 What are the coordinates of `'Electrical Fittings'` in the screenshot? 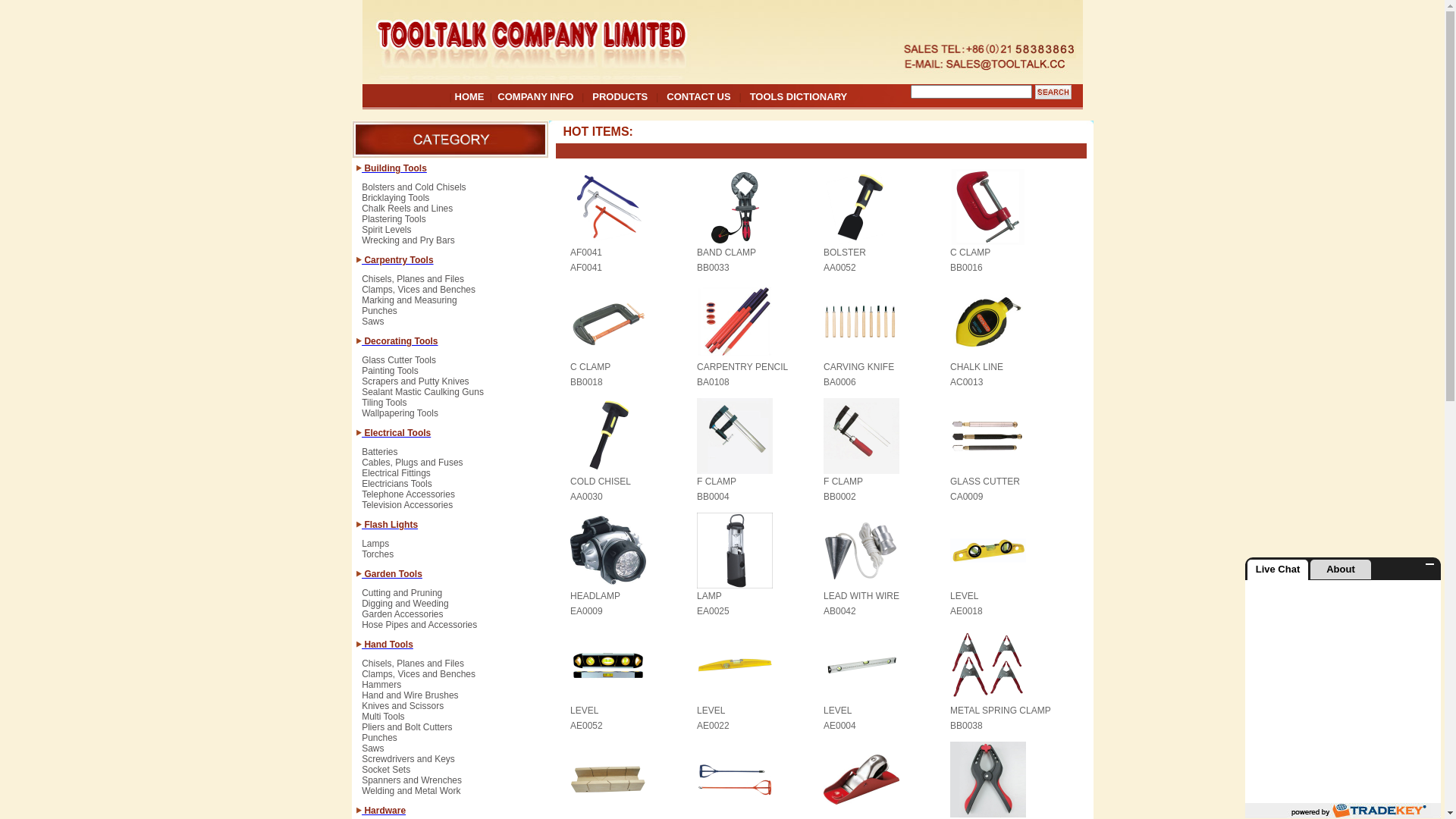 It's located at (360, 479).